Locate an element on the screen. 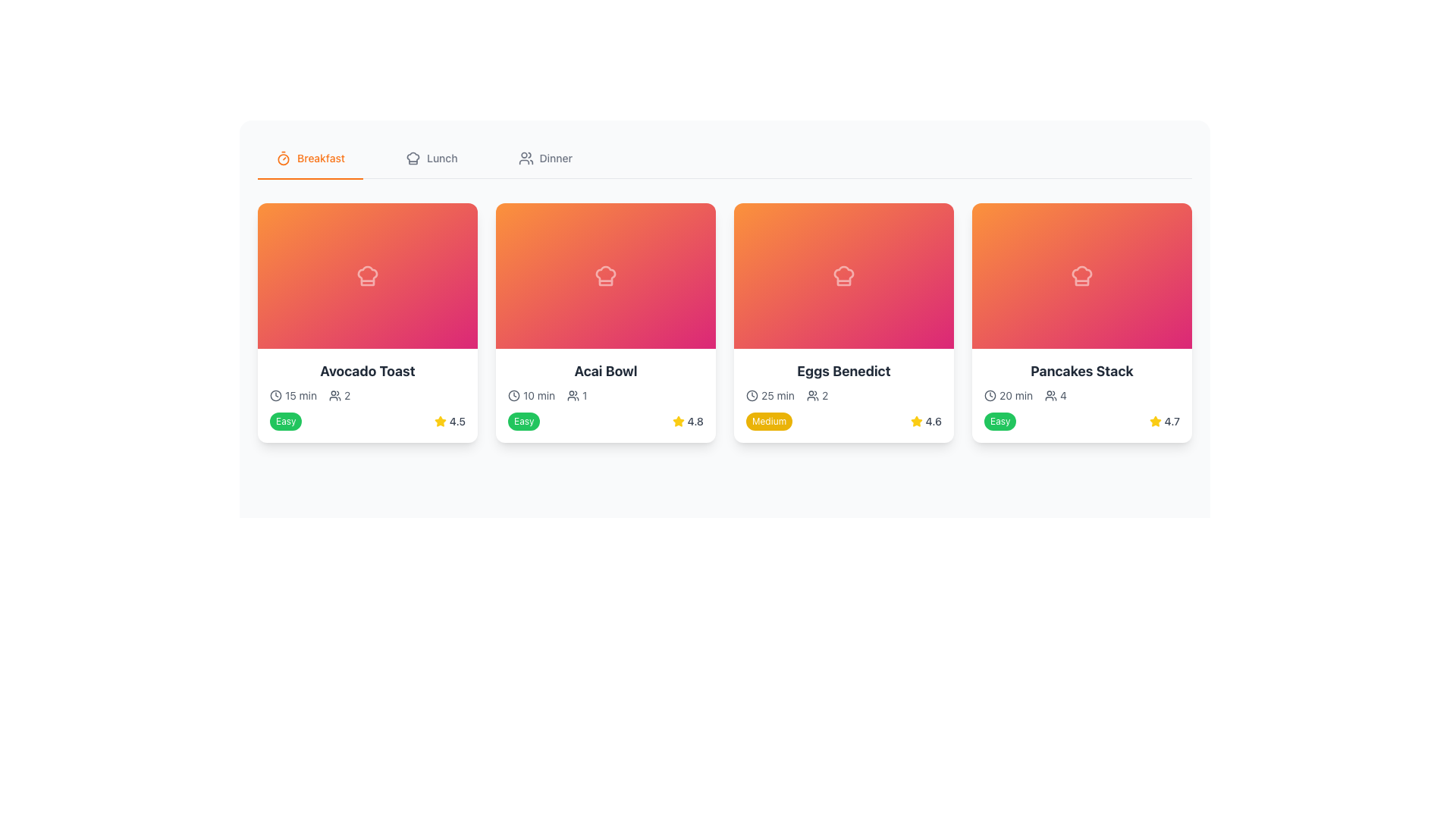 The height and width of the screenshot is (819, 1456). the text label displaying the rating value '4.7' located to the right of the yellow star icon in the bottom-right corner of the 'Pancakes Stack' meal card is located at coordinates (1171, 421).